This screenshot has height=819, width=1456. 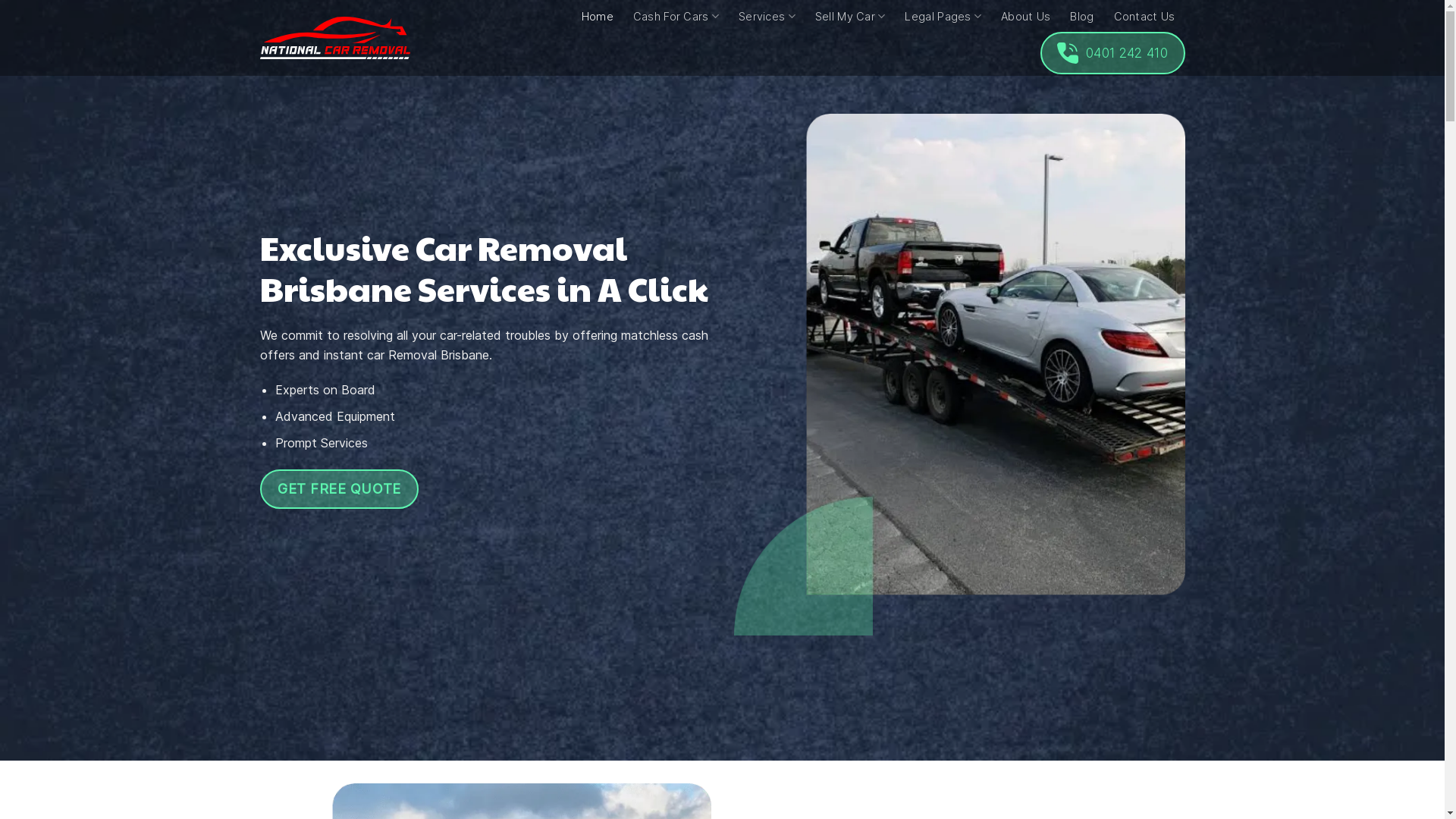 I want to click on 'Blog', so click(x=1081, y=17).